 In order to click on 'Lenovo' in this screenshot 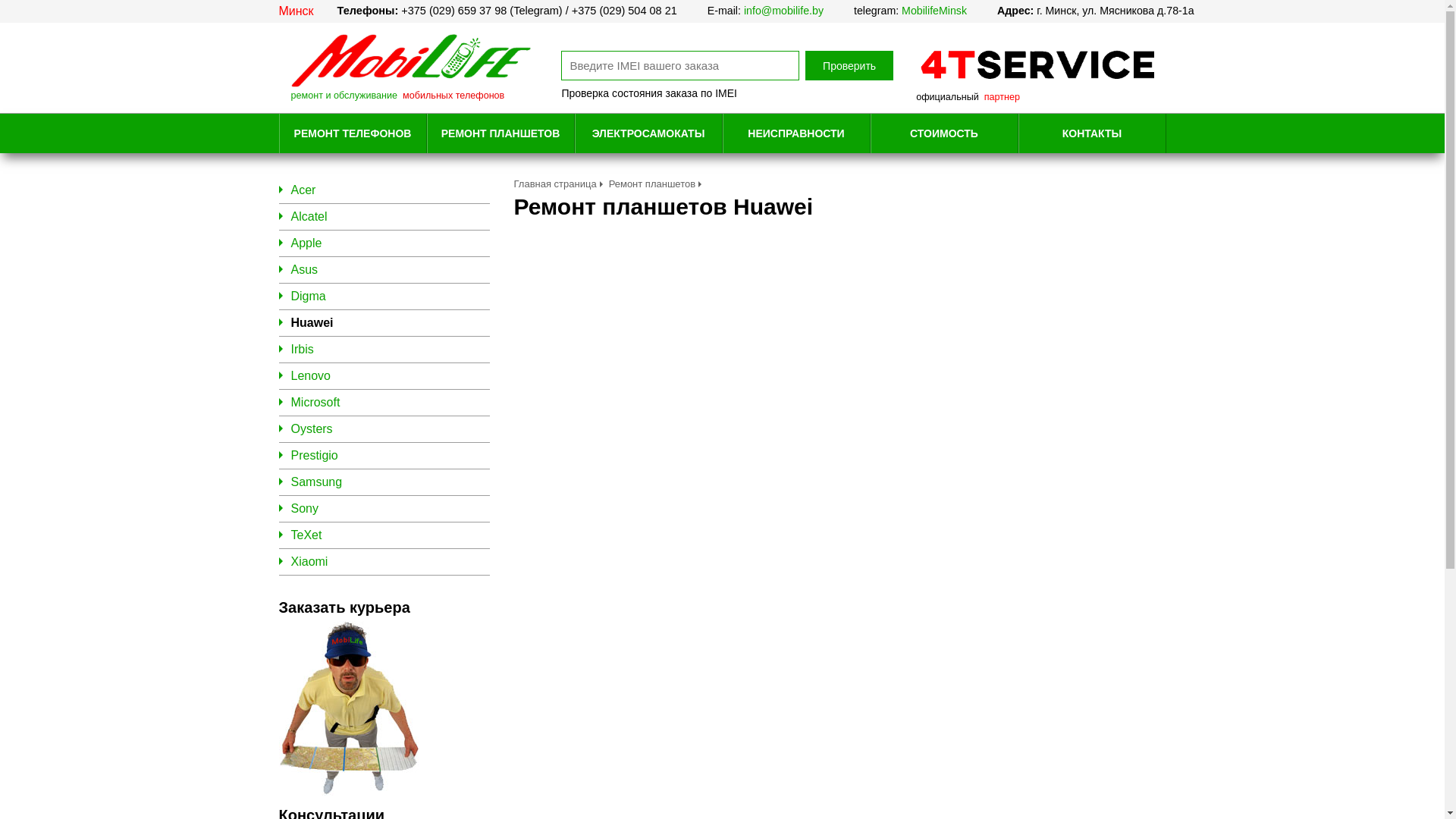, I will do `click(291, 375)`.